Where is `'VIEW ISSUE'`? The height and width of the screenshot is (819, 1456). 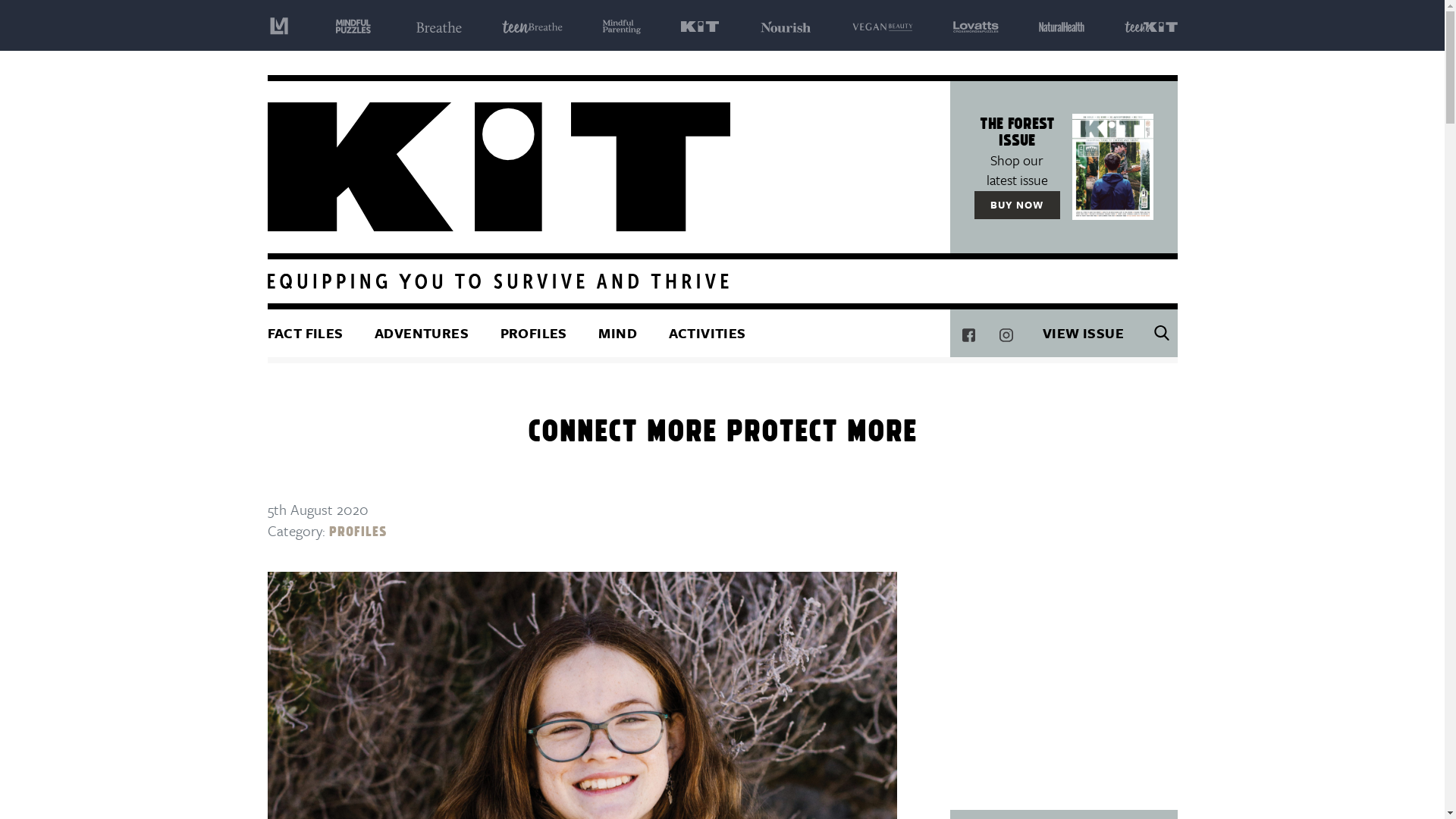
'VIEW ISSUE' is located at coordinates (1083, 332).